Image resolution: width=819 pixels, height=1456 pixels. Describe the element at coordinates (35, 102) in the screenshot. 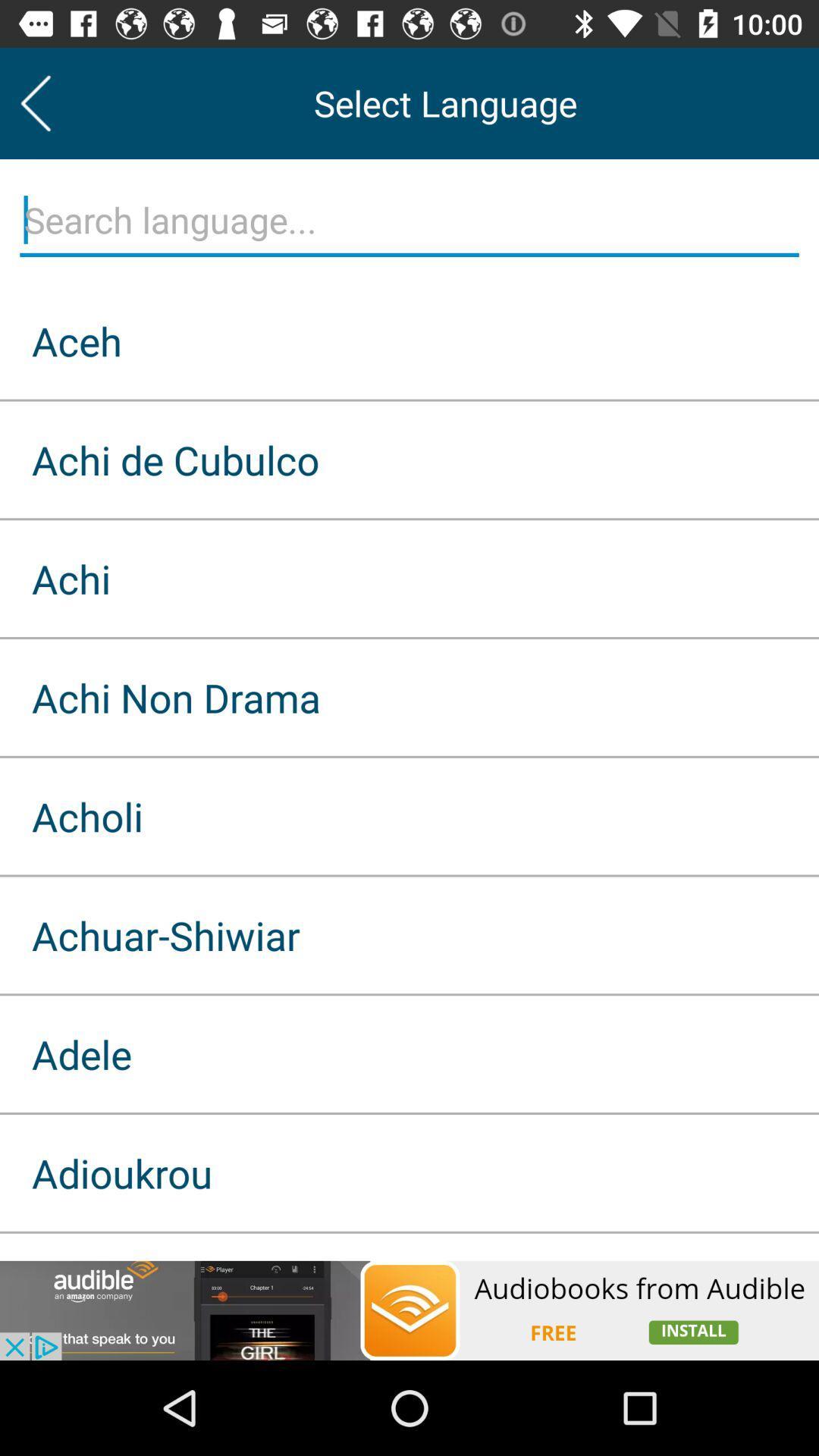

I see `go back` at that location.